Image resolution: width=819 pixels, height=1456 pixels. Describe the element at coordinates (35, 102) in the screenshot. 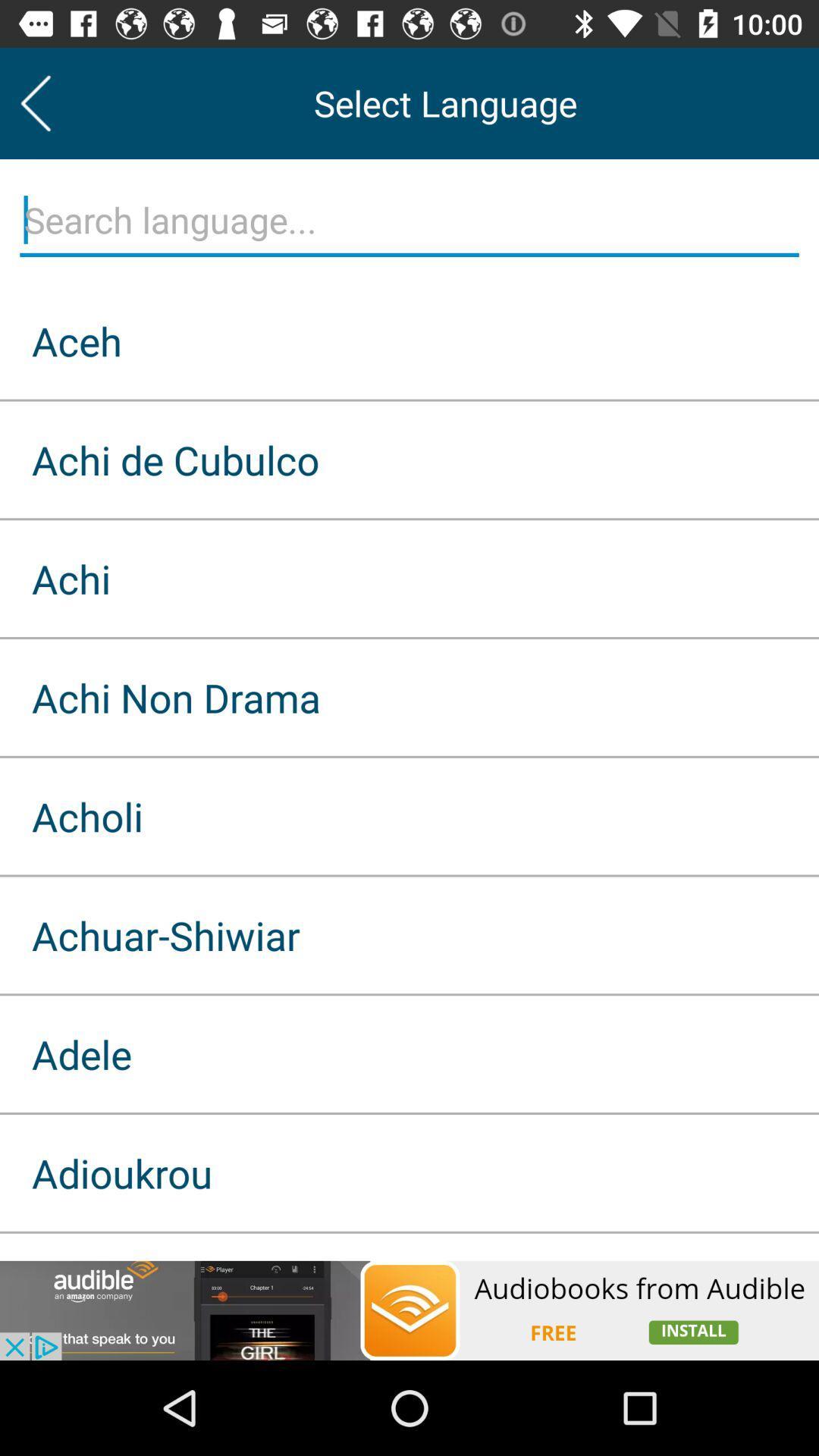

I see `go back` at that location.